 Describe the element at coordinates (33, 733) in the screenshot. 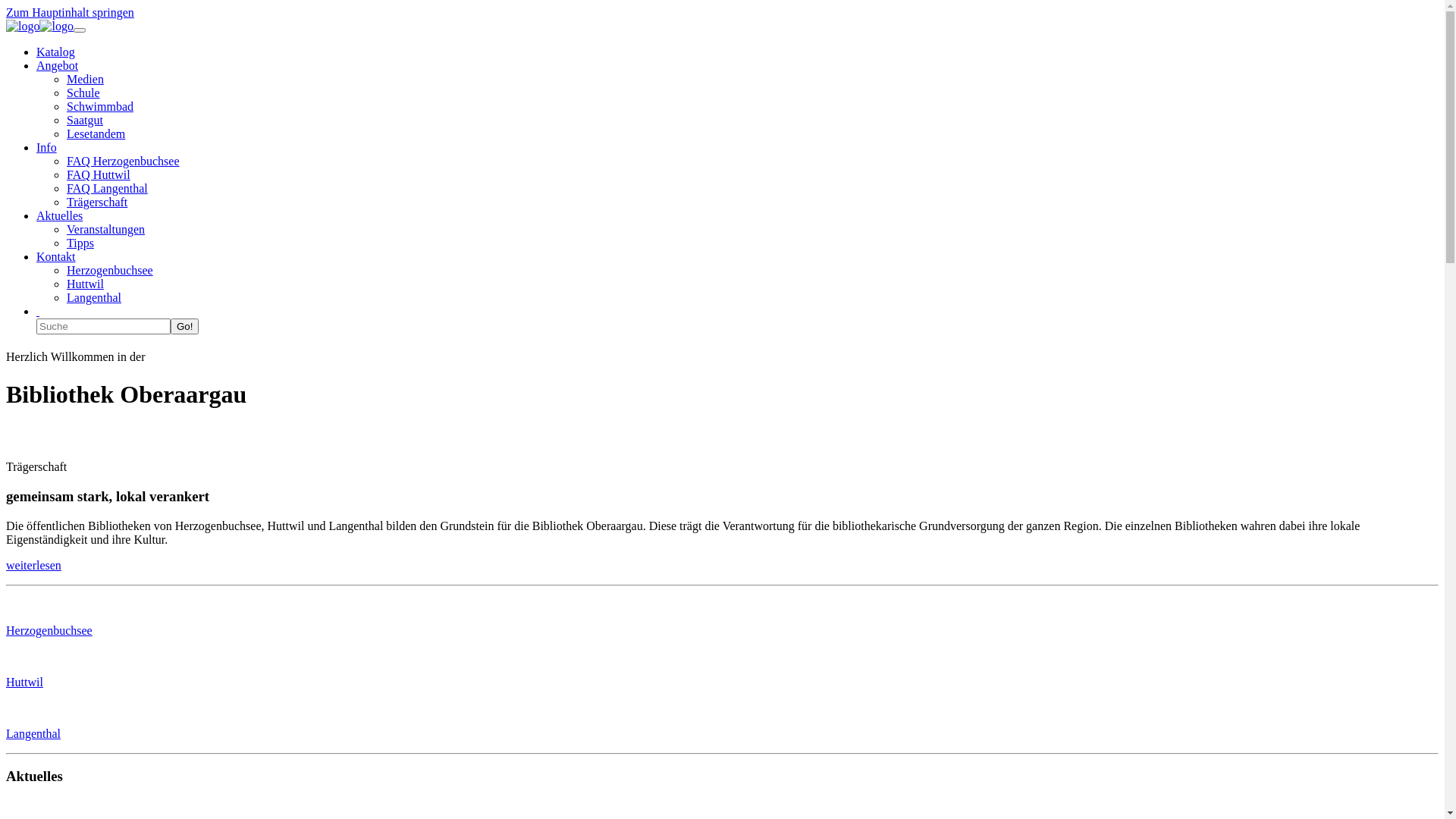

I see `'Langenthal'` at that location.